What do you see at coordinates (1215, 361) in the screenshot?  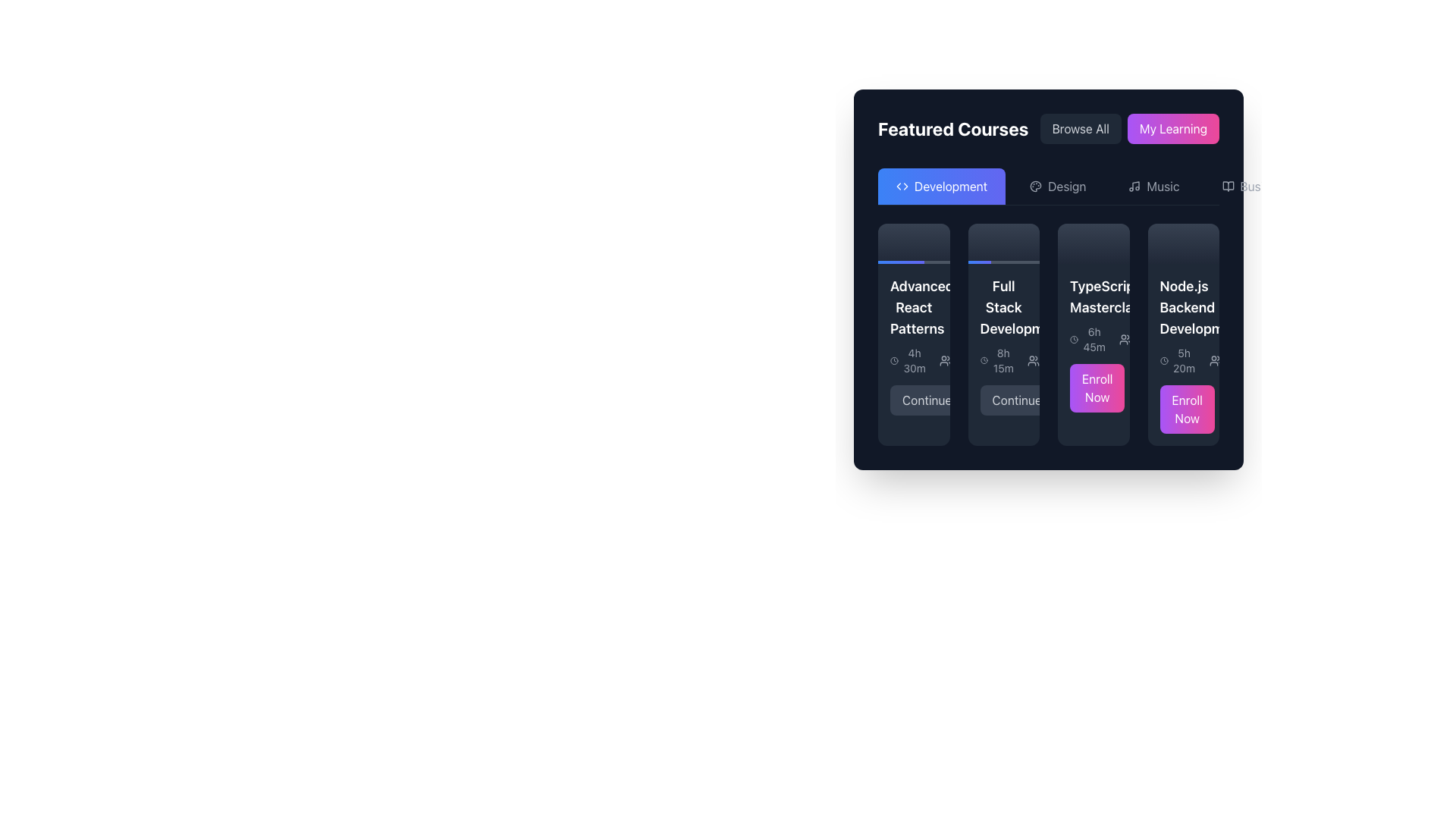 I see `the SVG-based icon representing a group or community of users` at bounding box center [1215, 361].